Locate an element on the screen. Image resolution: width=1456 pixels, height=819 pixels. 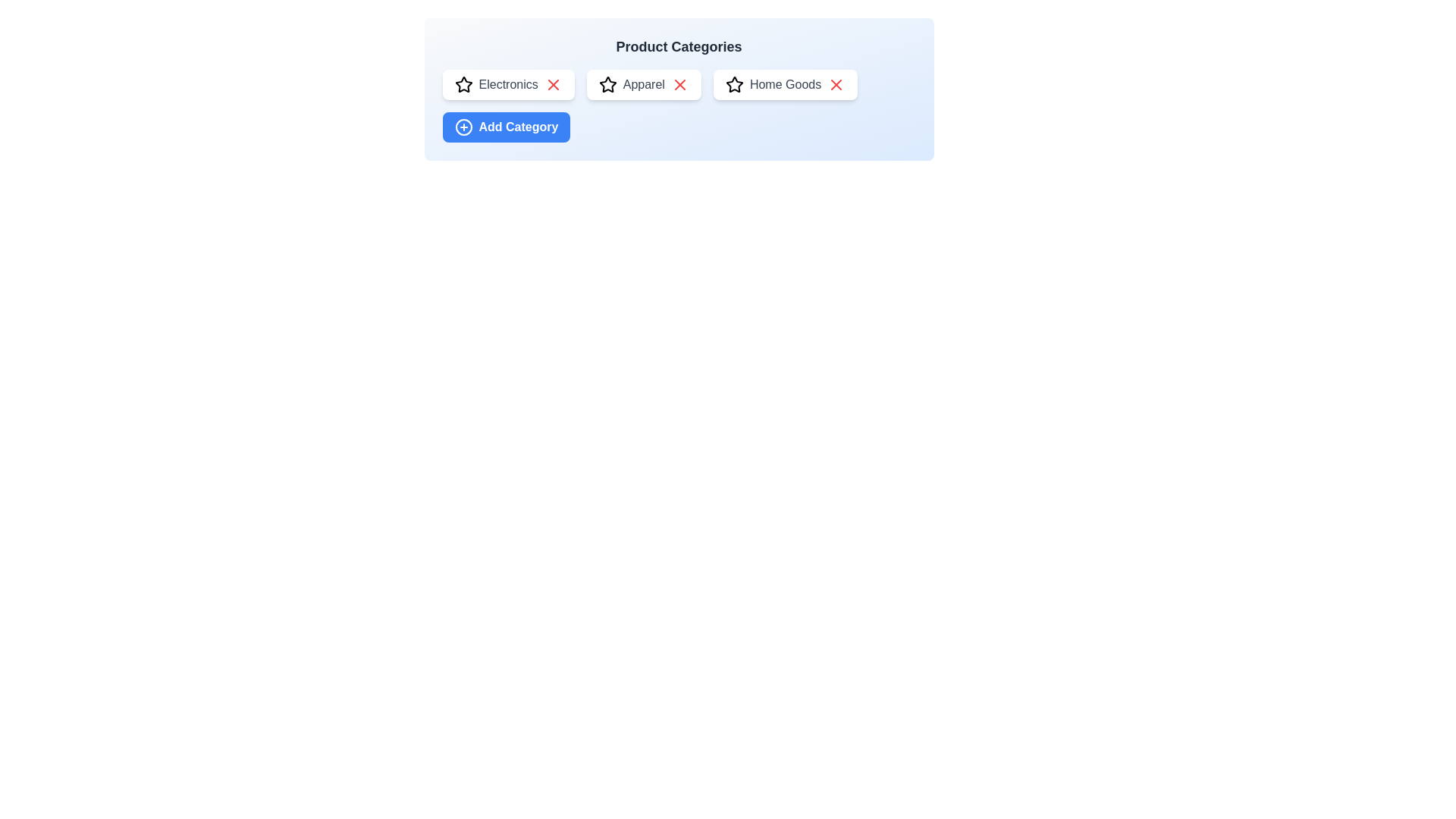
the category name Home Goods to select it is located at coordinates (786, 84).